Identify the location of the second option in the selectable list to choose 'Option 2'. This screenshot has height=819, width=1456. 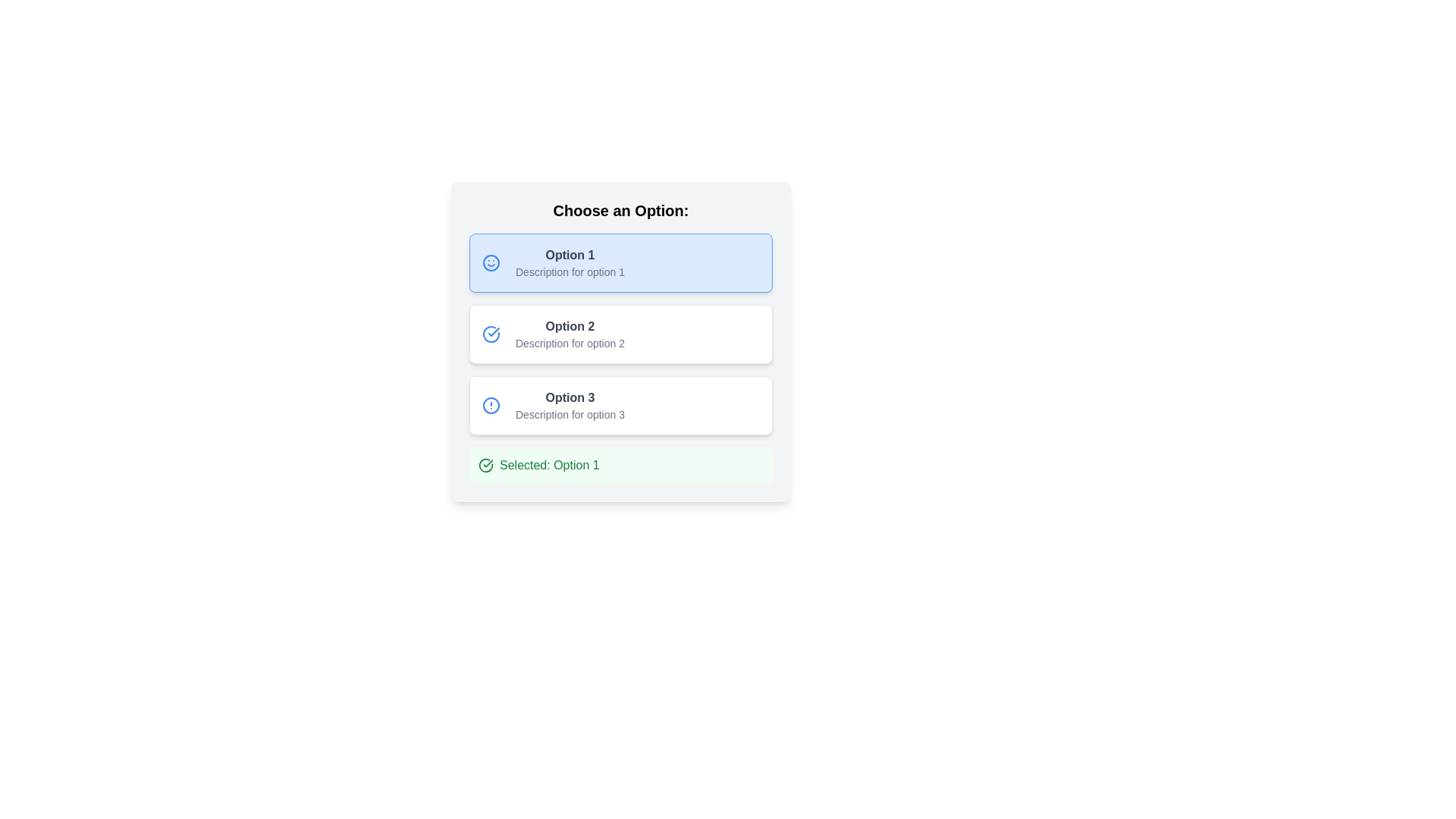
(570, 333).